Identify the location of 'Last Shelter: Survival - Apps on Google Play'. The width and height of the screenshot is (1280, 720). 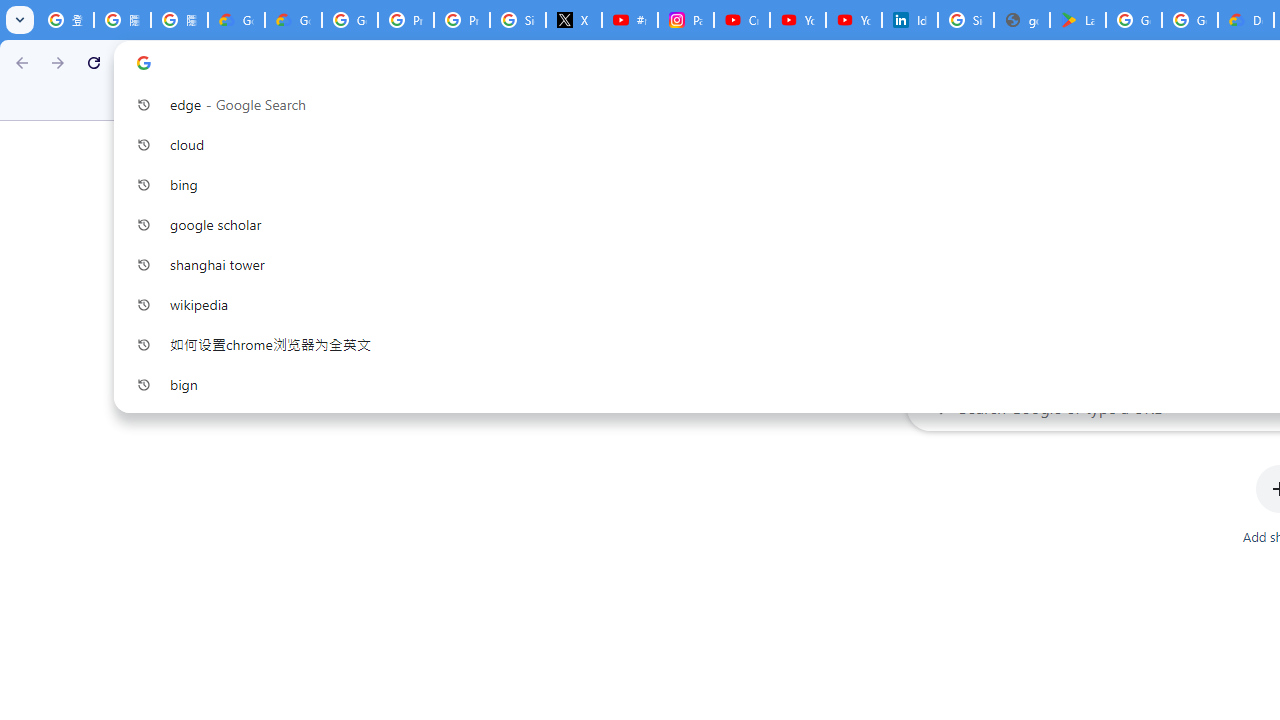
(1076, 20).